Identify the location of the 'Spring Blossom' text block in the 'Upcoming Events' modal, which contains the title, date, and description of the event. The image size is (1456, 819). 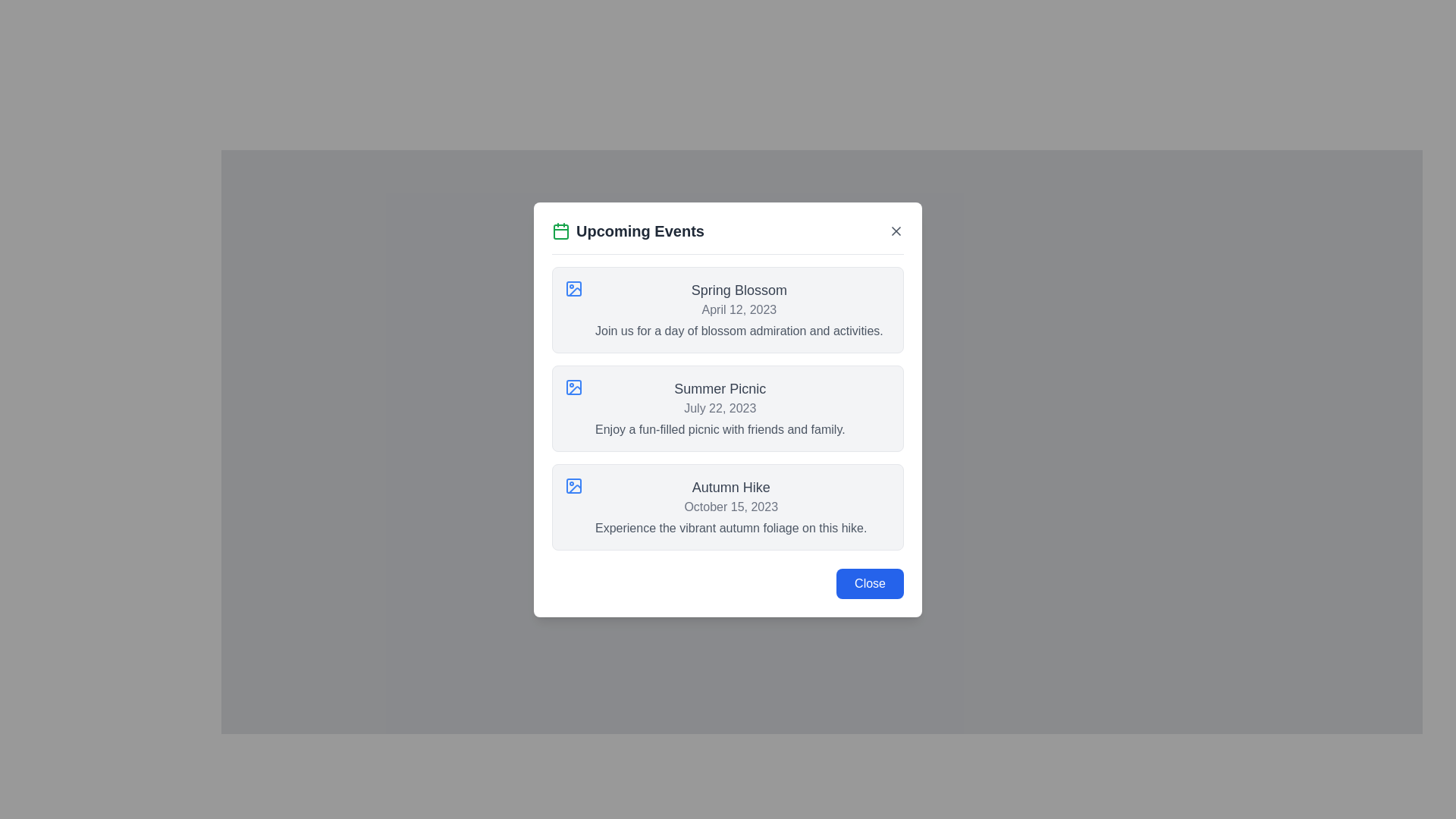
(739, 309).